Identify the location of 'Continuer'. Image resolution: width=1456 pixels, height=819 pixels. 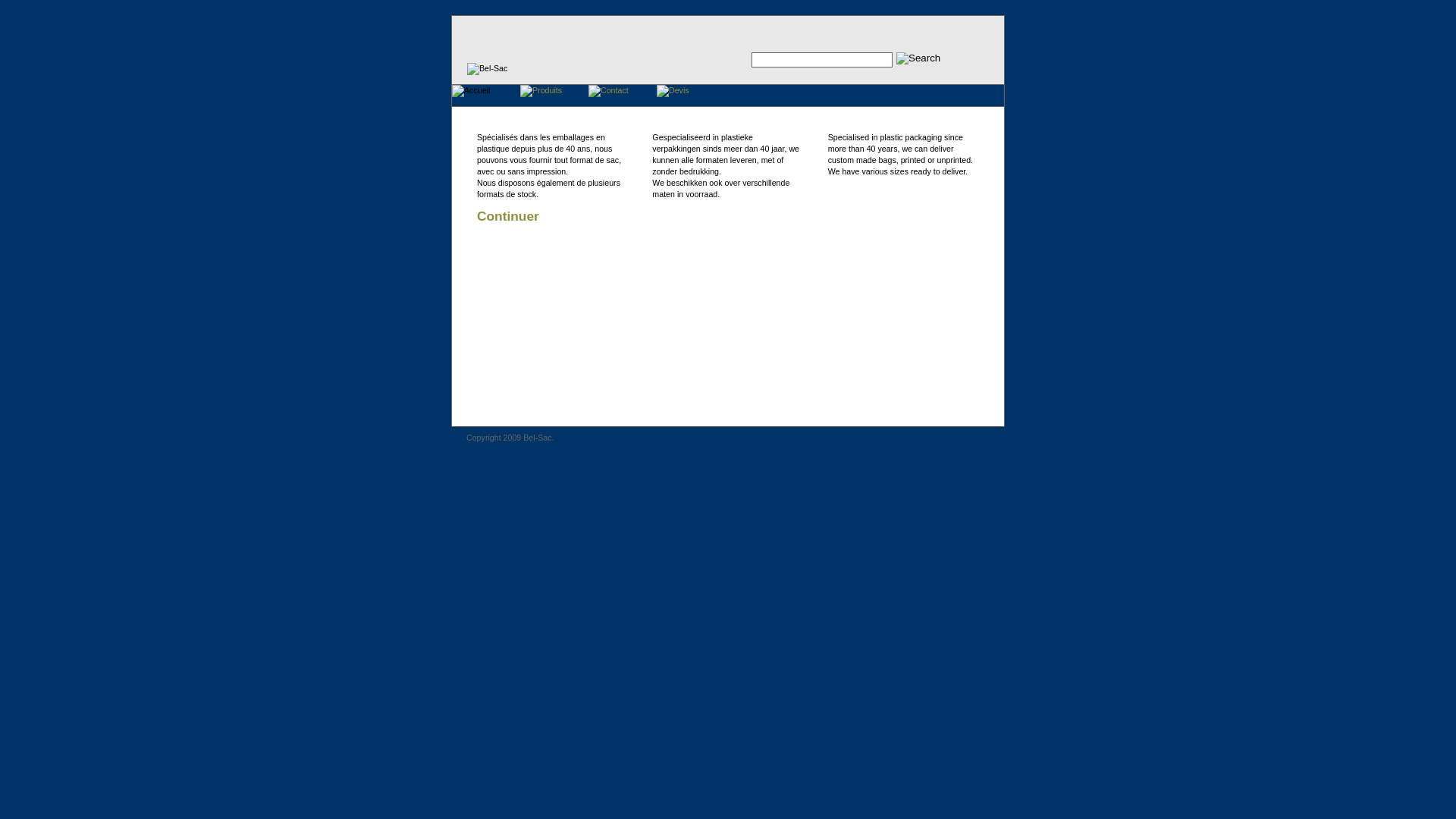
(475, 216).